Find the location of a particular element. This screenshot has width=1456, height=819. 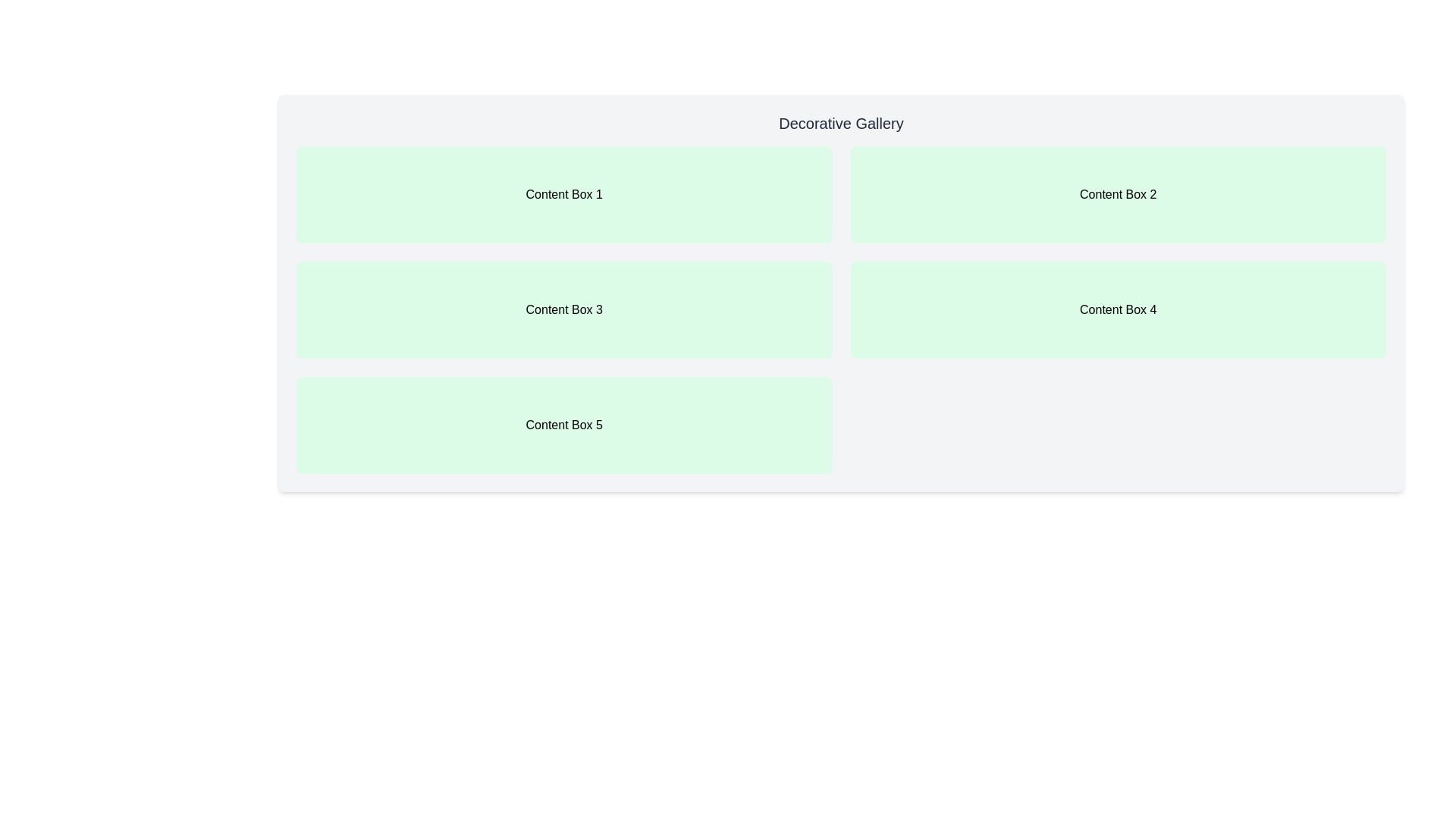

the rectangular box with rounded corners and a light green background that contains the text 'Content Box 2' is located at coordinates (1118, 194).